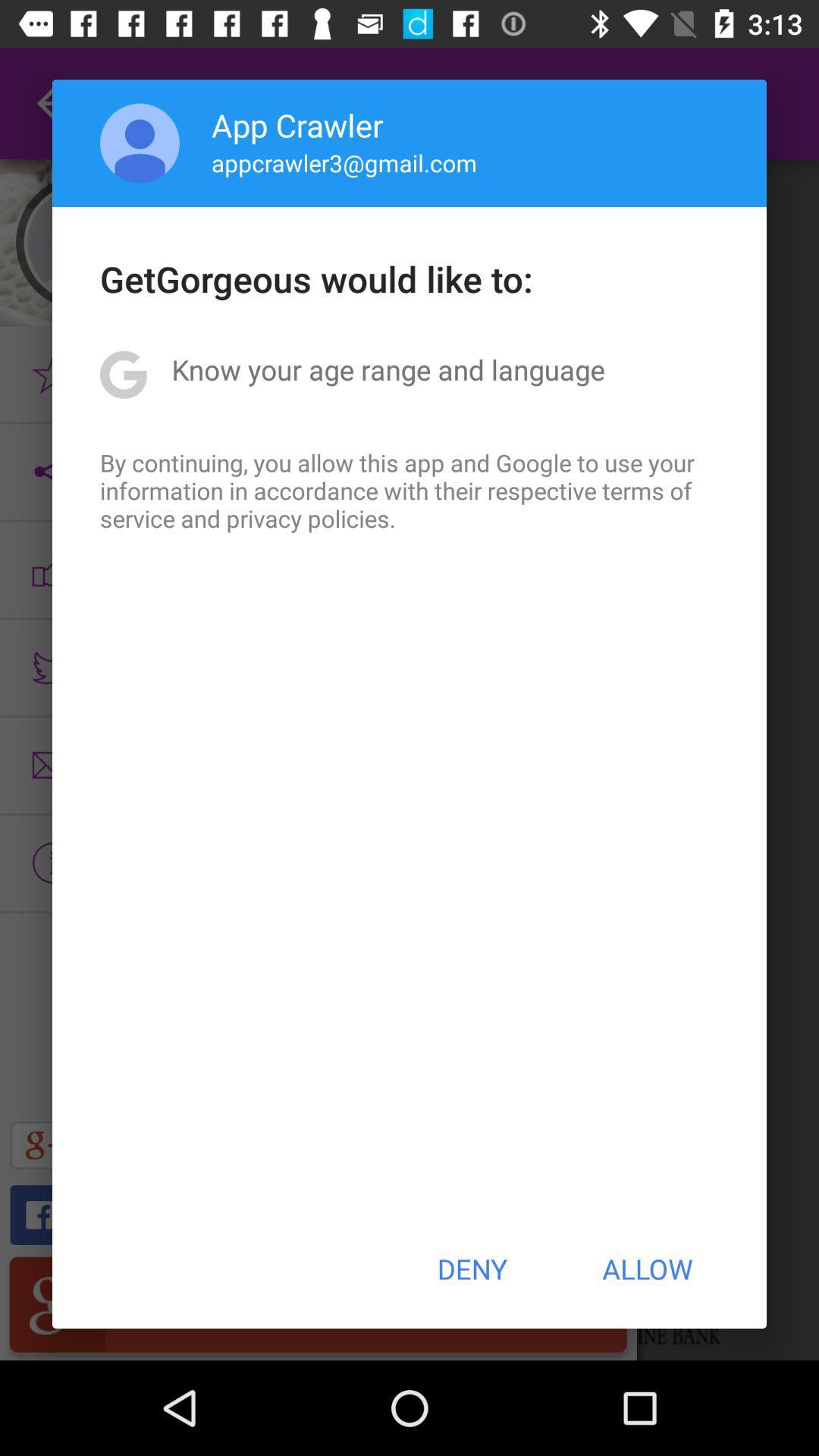 This screenshot has width=819, height=1456. I want to click on the icon above appcrawler3@gmail.com item, so click(297, 124).